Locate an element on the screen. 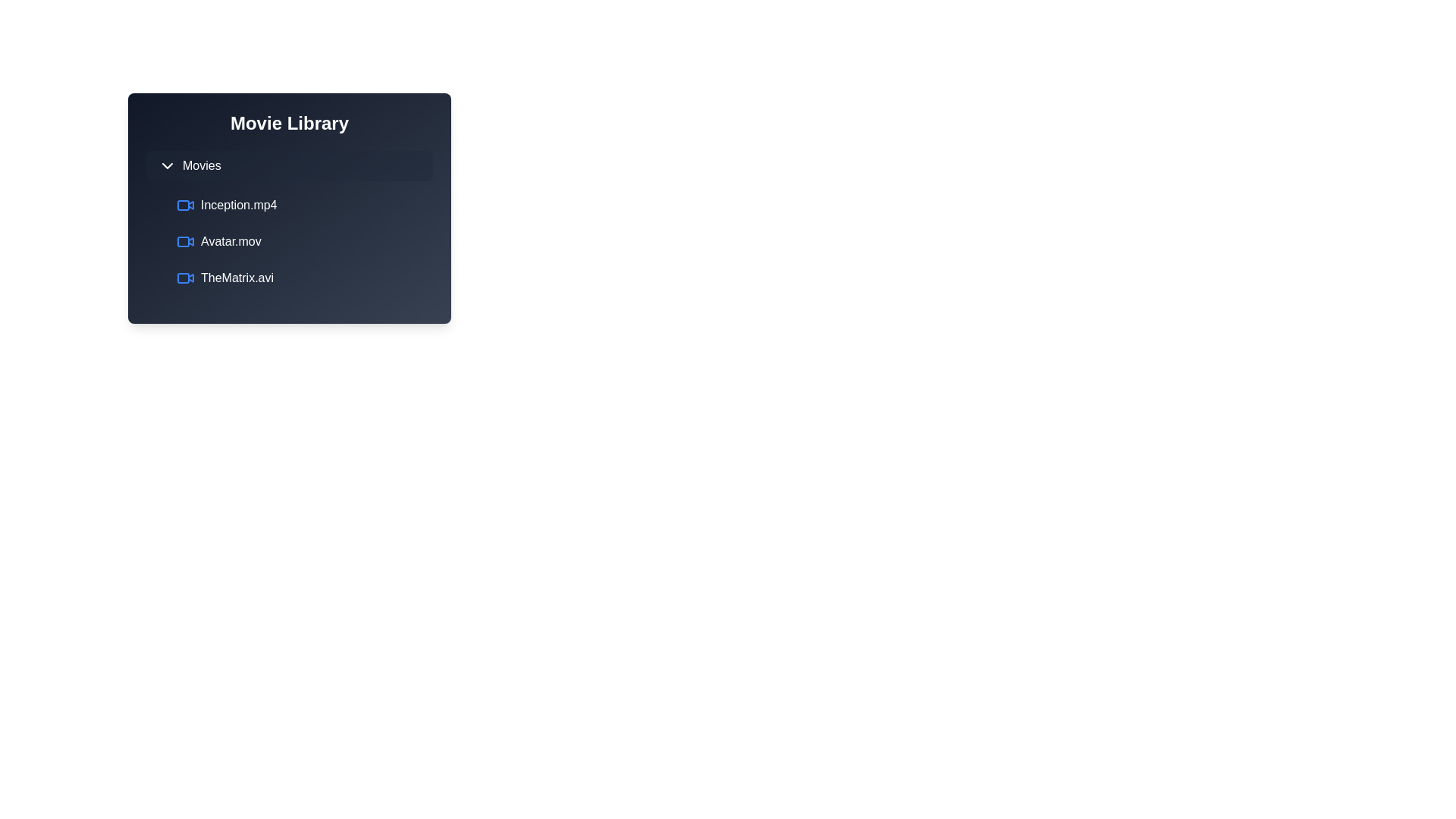  the movie item TheMatrix.avi from the list is located at coordinates (302, 278).